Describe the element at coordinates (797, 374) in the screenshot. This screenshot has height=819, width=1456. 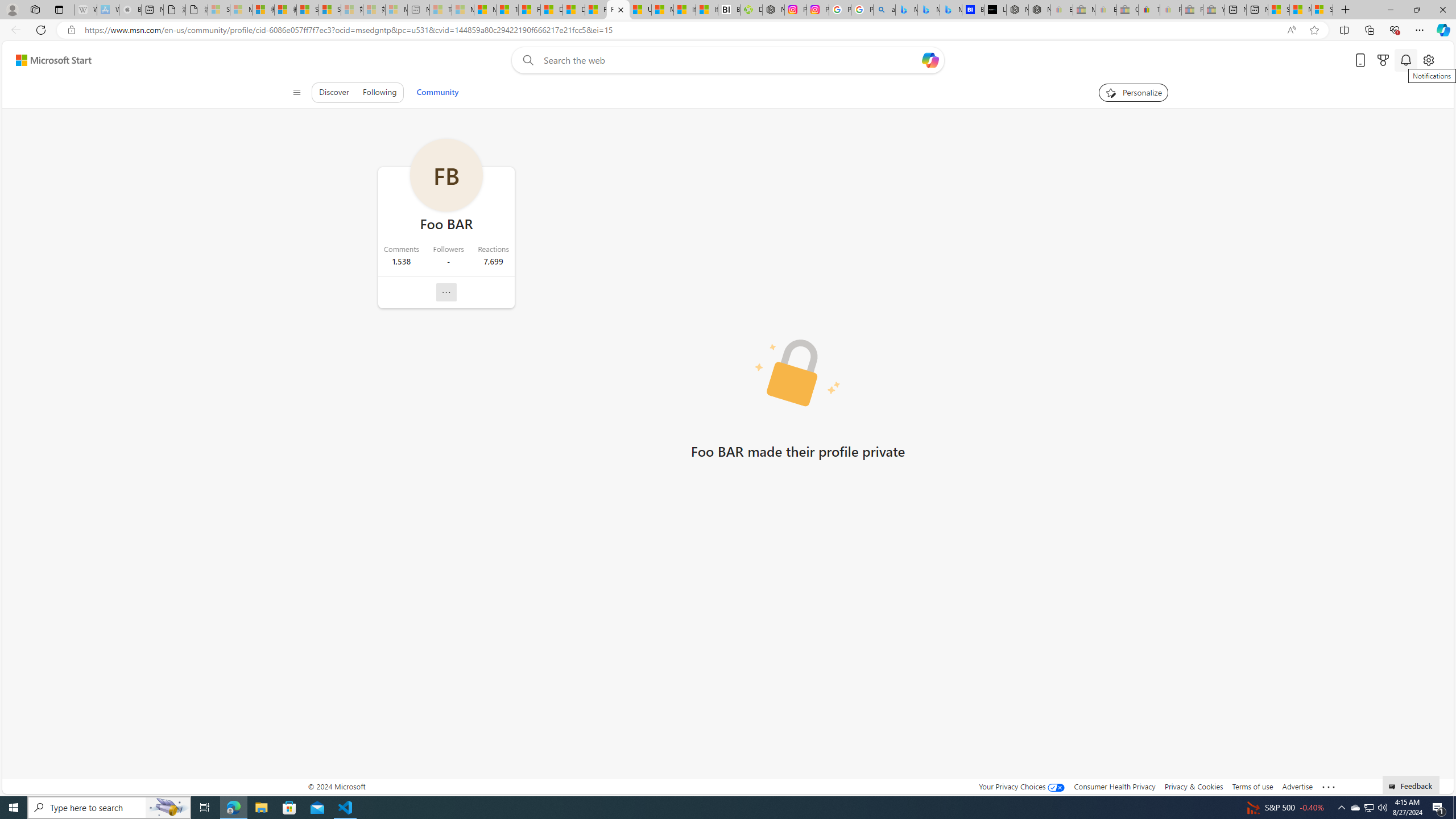
I see `'Private profile picture'` at that location.